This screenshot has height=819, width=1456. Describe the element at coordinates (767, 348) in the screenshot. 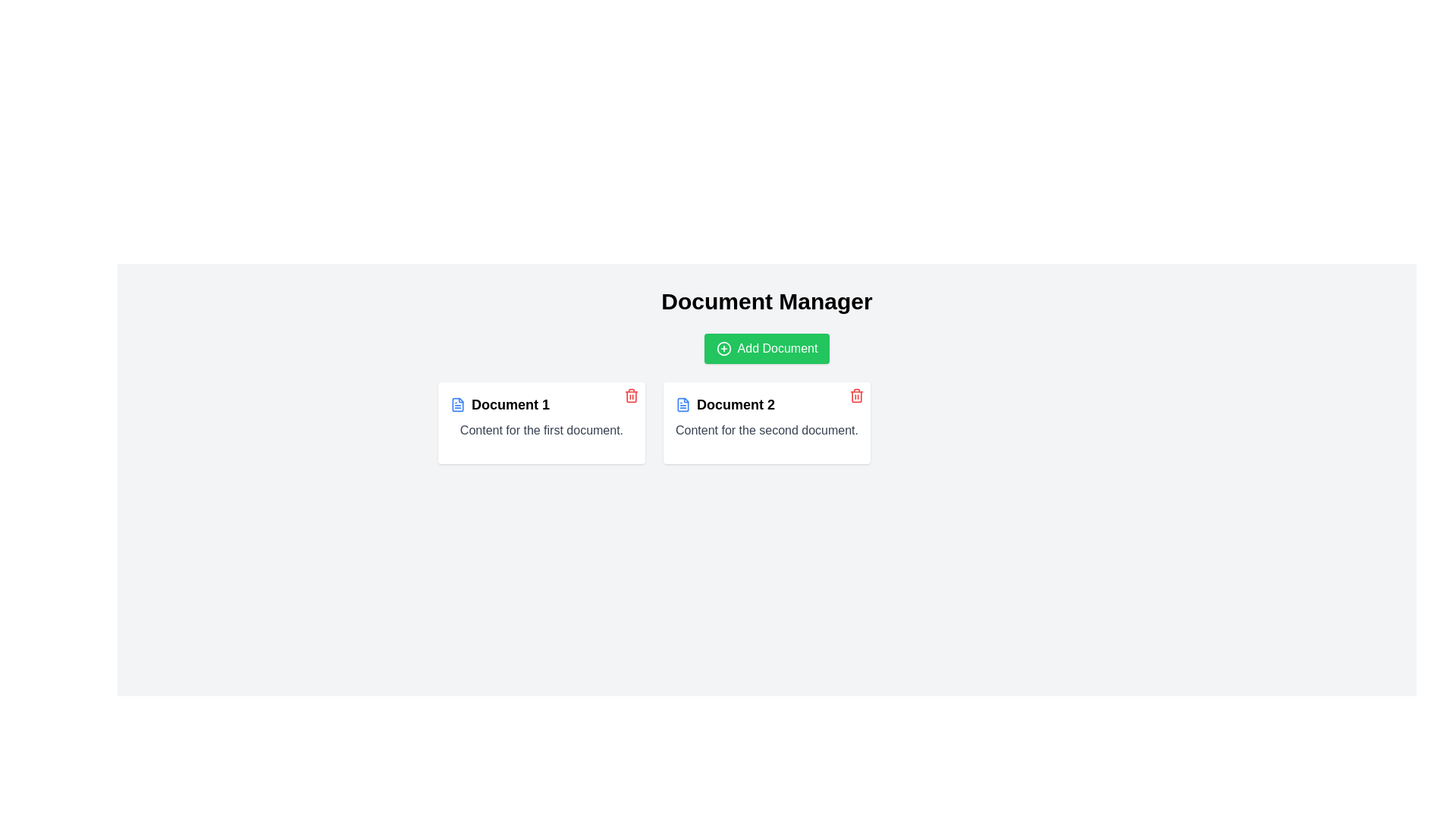

I see `the 'Add Document' button located below the 'Document Manager' title` at that location.